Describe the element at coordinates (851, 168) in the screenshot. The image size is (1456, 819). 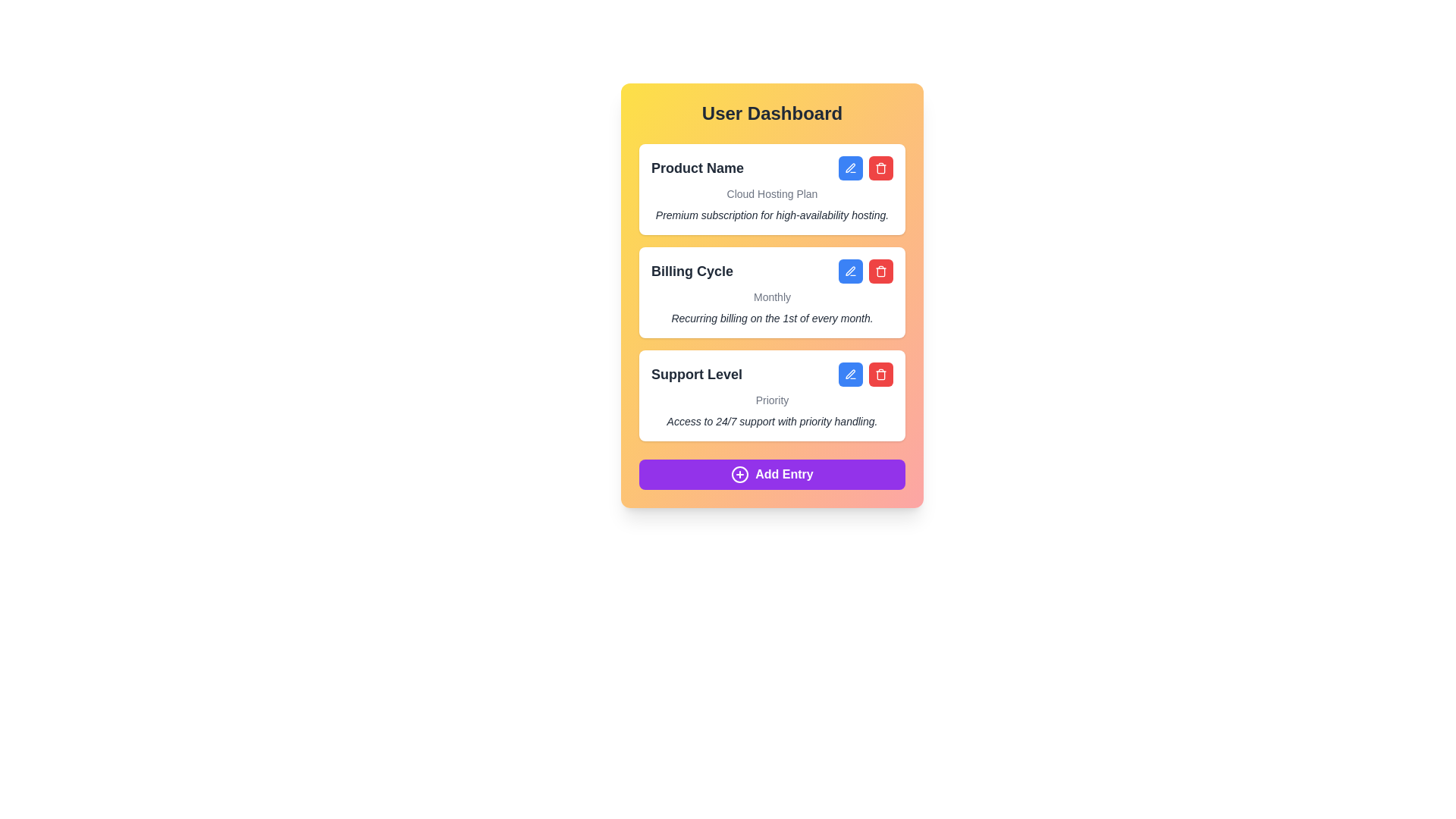
I see `the pen icon button located in the 'Product Name' section of the dashboard` at that location.